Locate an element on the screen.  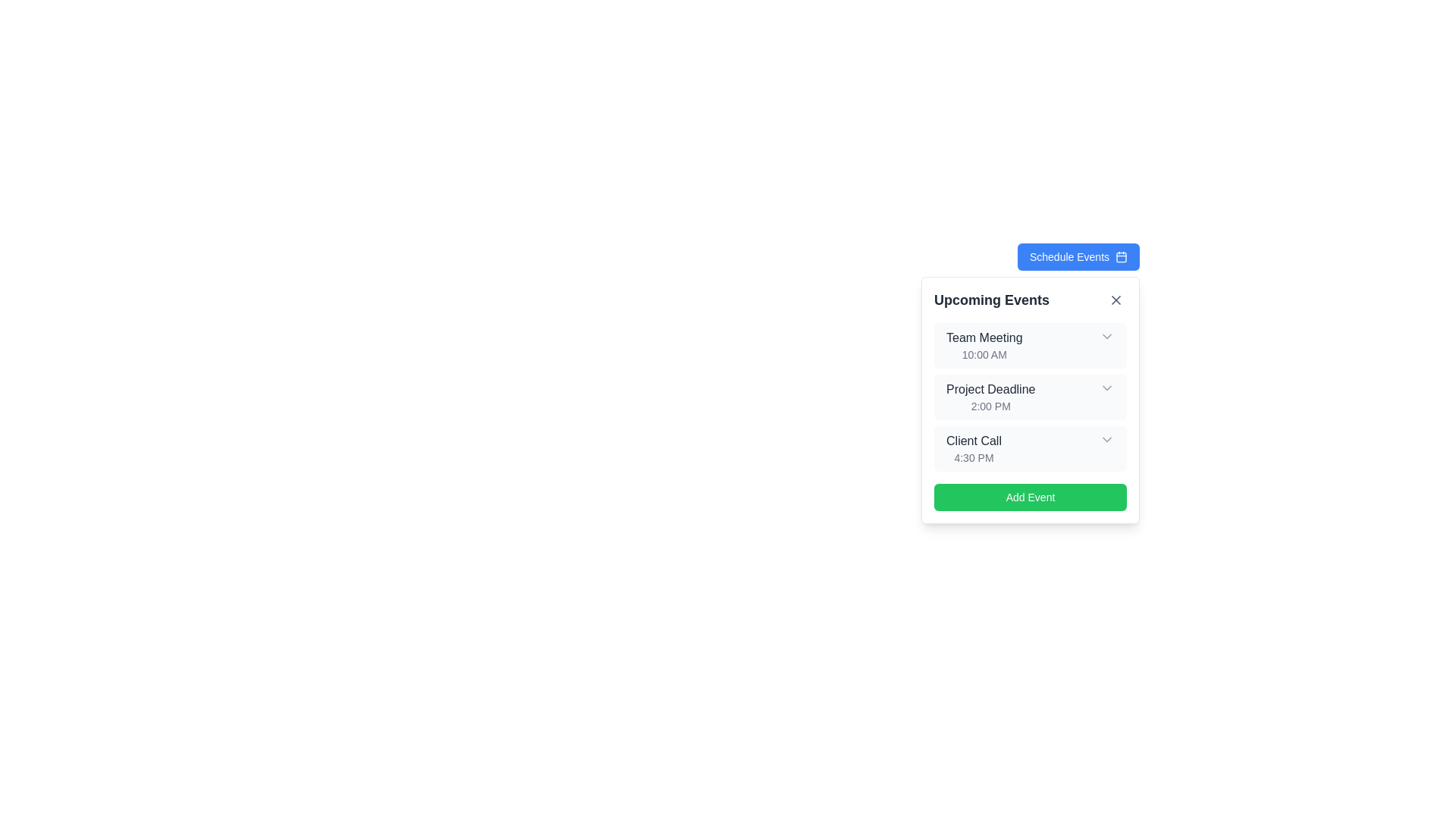
text label indicating the title of the scheduled event, which states '4:30 PM' located under the 'Upcoming Events' section, specifically below the 'Project Deadline' event and above the 'Add Event' button is located at coordinates (974, 441).